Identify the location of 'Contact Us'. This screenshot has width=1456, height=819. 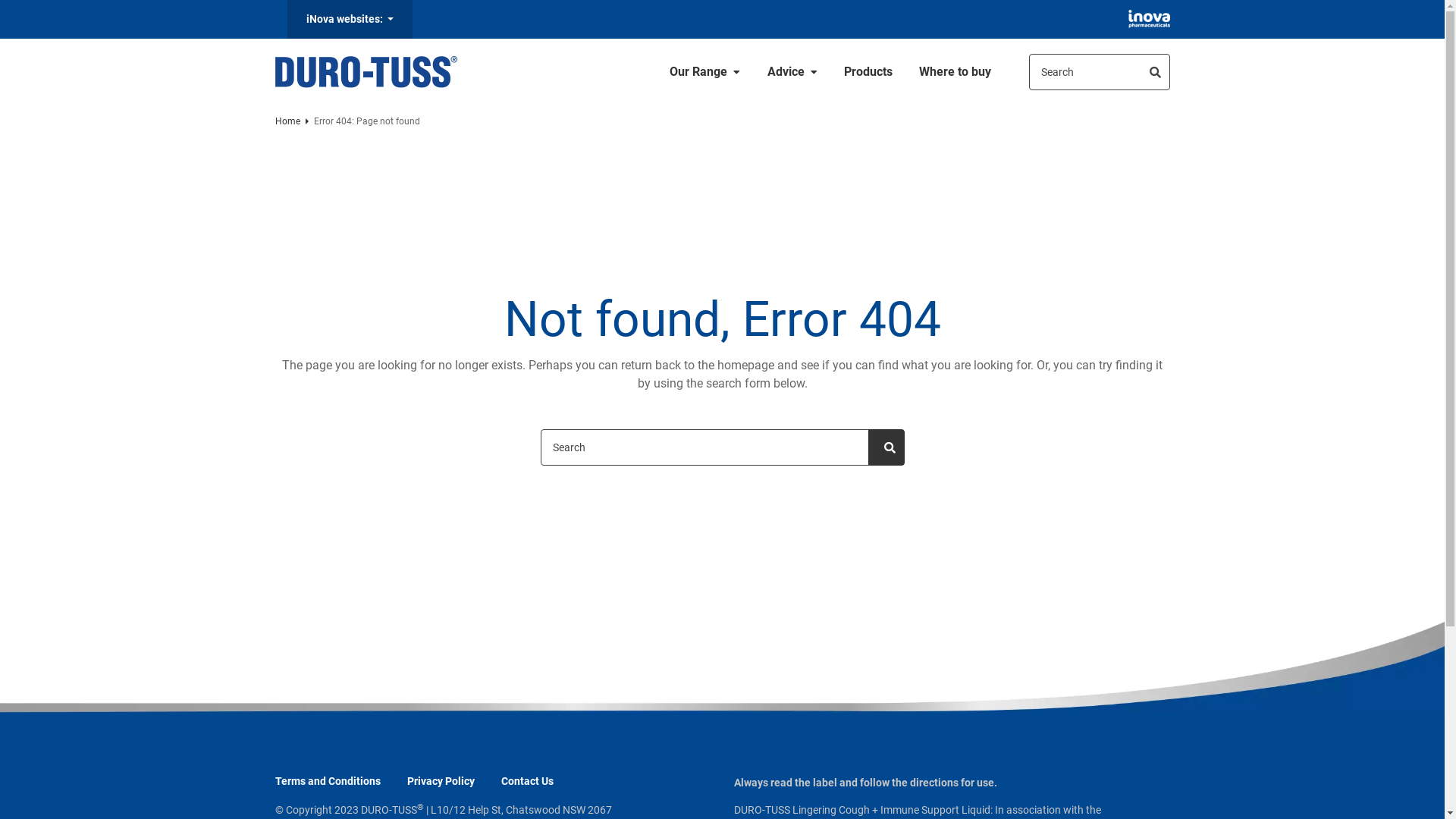
(526, 780).